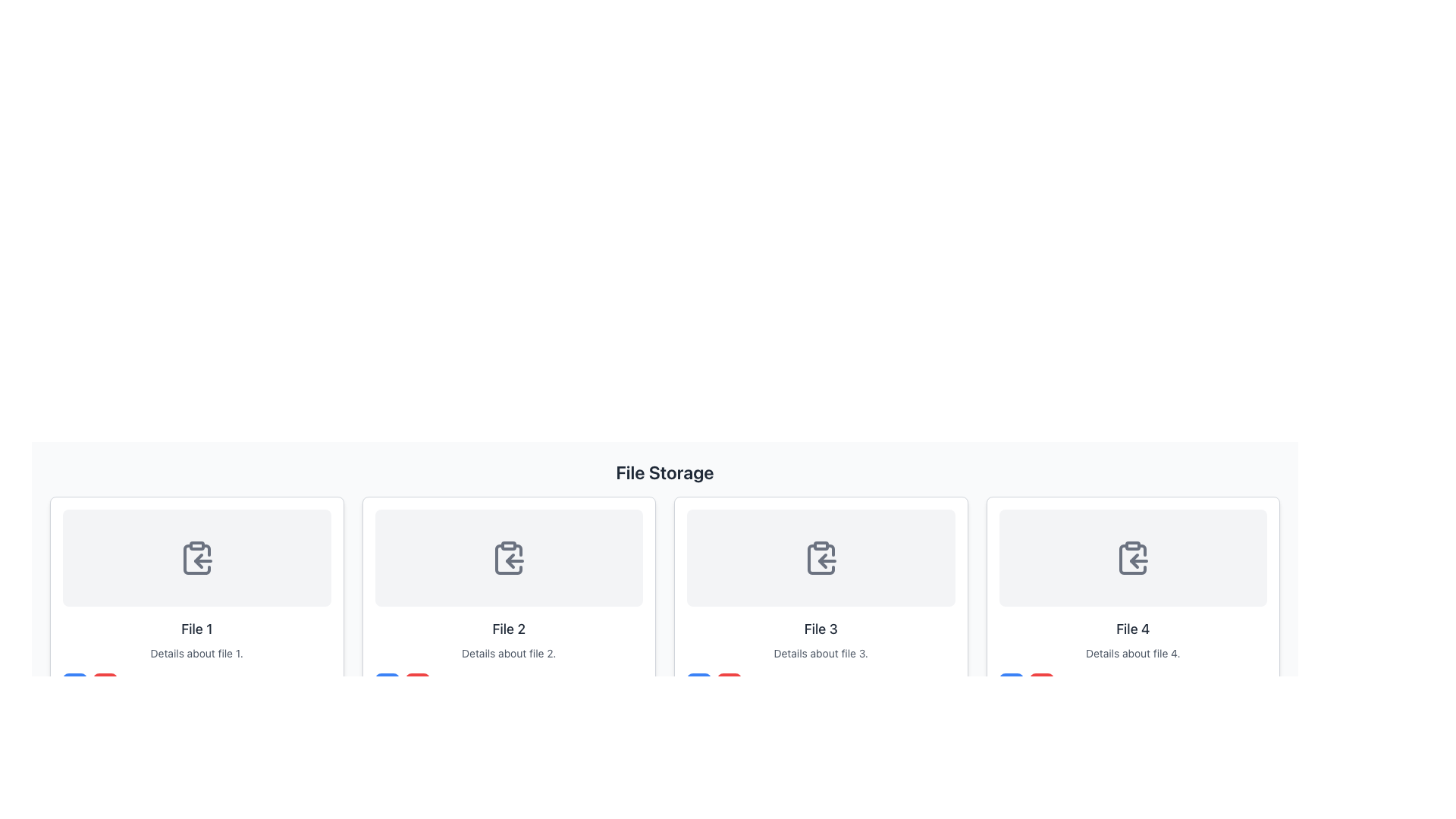 The width and height of the screenshot is (1456, 819). Describe the element at coordinates (821, 561) in the screenshot. I see `the left-oriented arrow icon within the clipboard graphic located in the header section of the card titled 'File 3'` at that location.